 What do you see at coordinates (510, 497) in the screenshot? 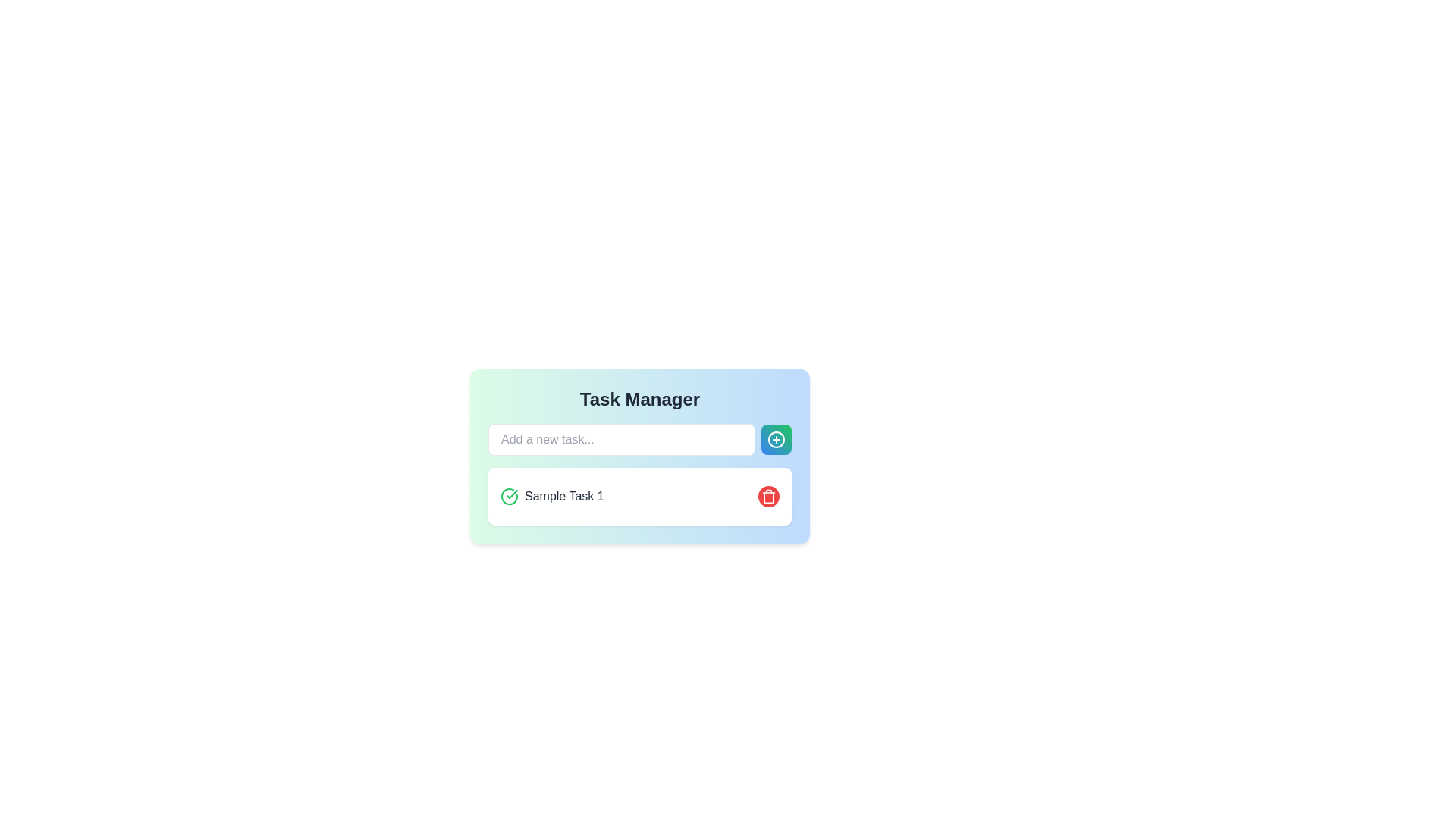
I see `the status indicator icon/button for 'Sample Task 1'` at bounding box center [510, 497].